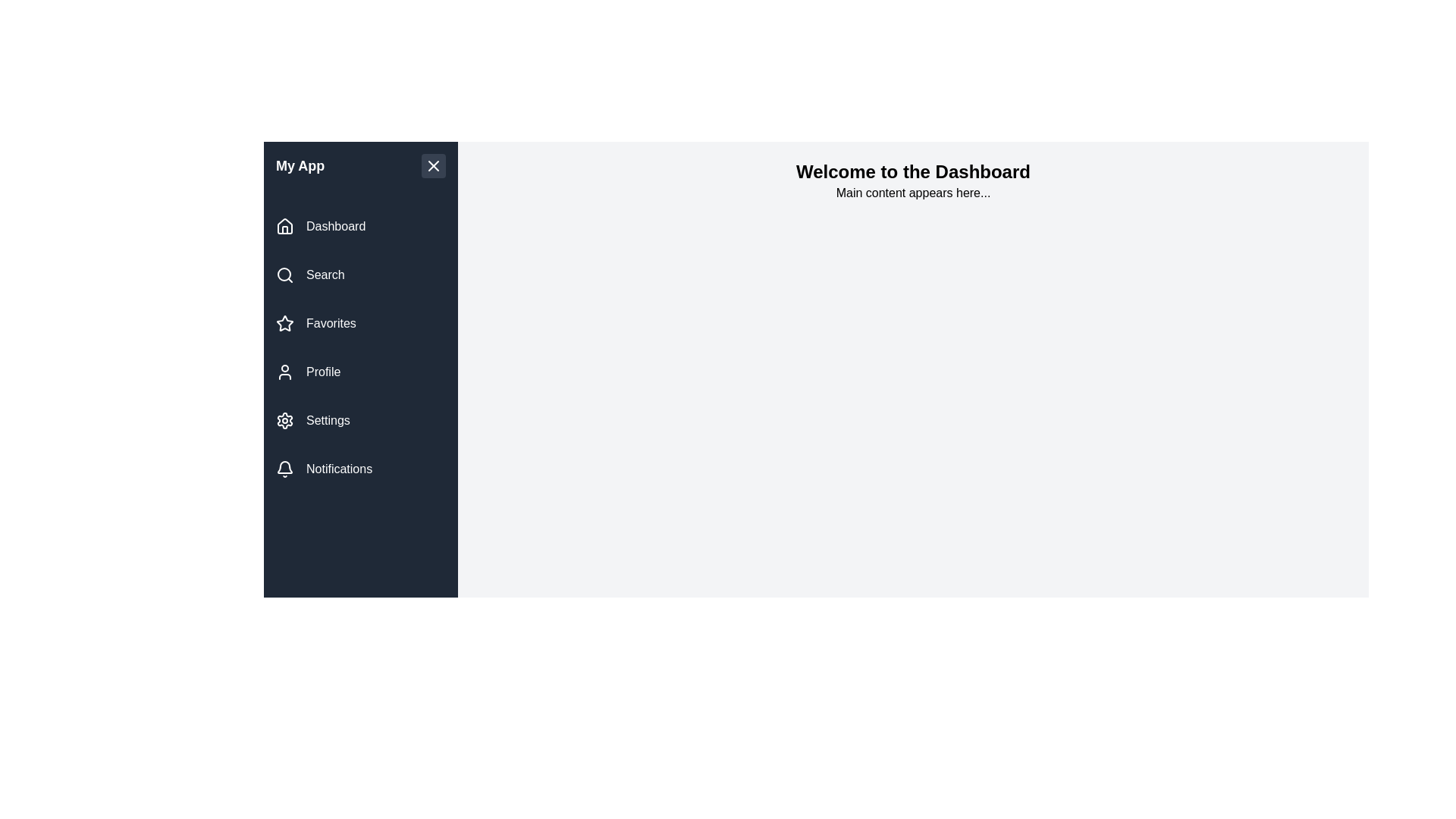 This screenshot has height=819, width=1456. Describe the element at coordinates (359, 372) in the screenshot. I see `the navigation item Profile from the drawer` at that location.